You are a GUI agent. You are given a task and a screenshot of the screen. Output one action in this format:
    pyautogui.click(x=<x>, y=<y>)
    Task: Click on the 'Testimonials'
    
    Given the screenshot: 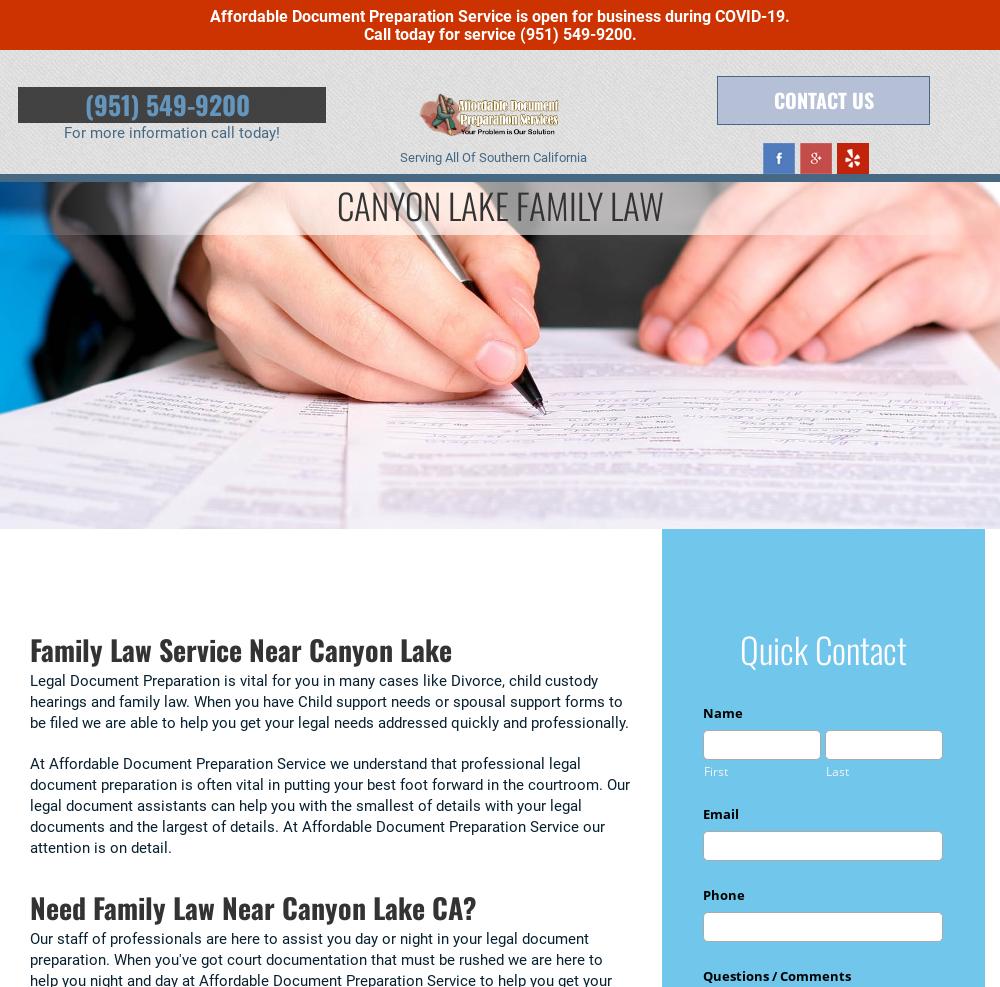 What is the action you would take?
    pyautogui.click(x=532, y=146)
    